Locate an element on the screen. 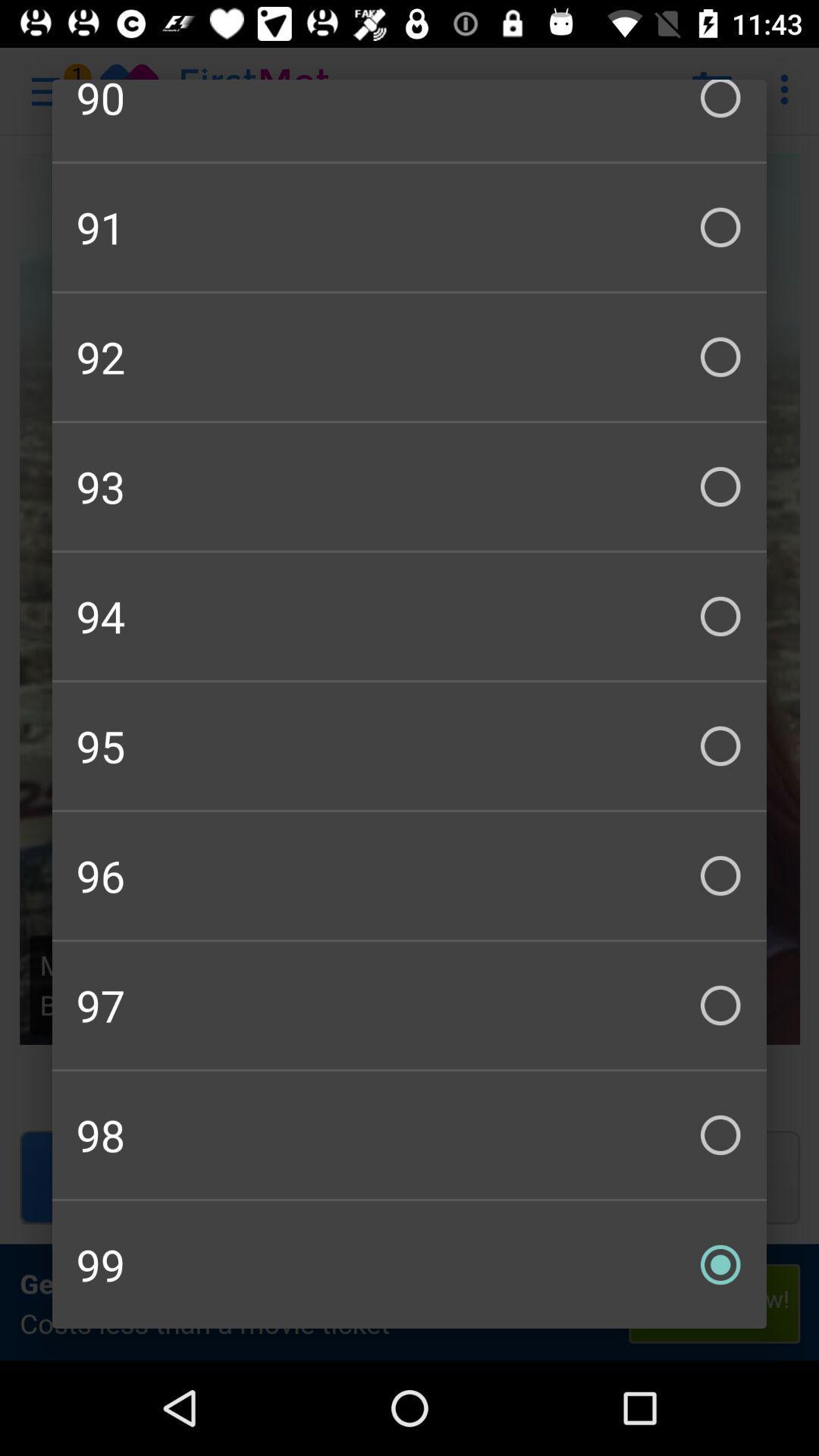  item above the 93 is located at coordinates (409, 356).